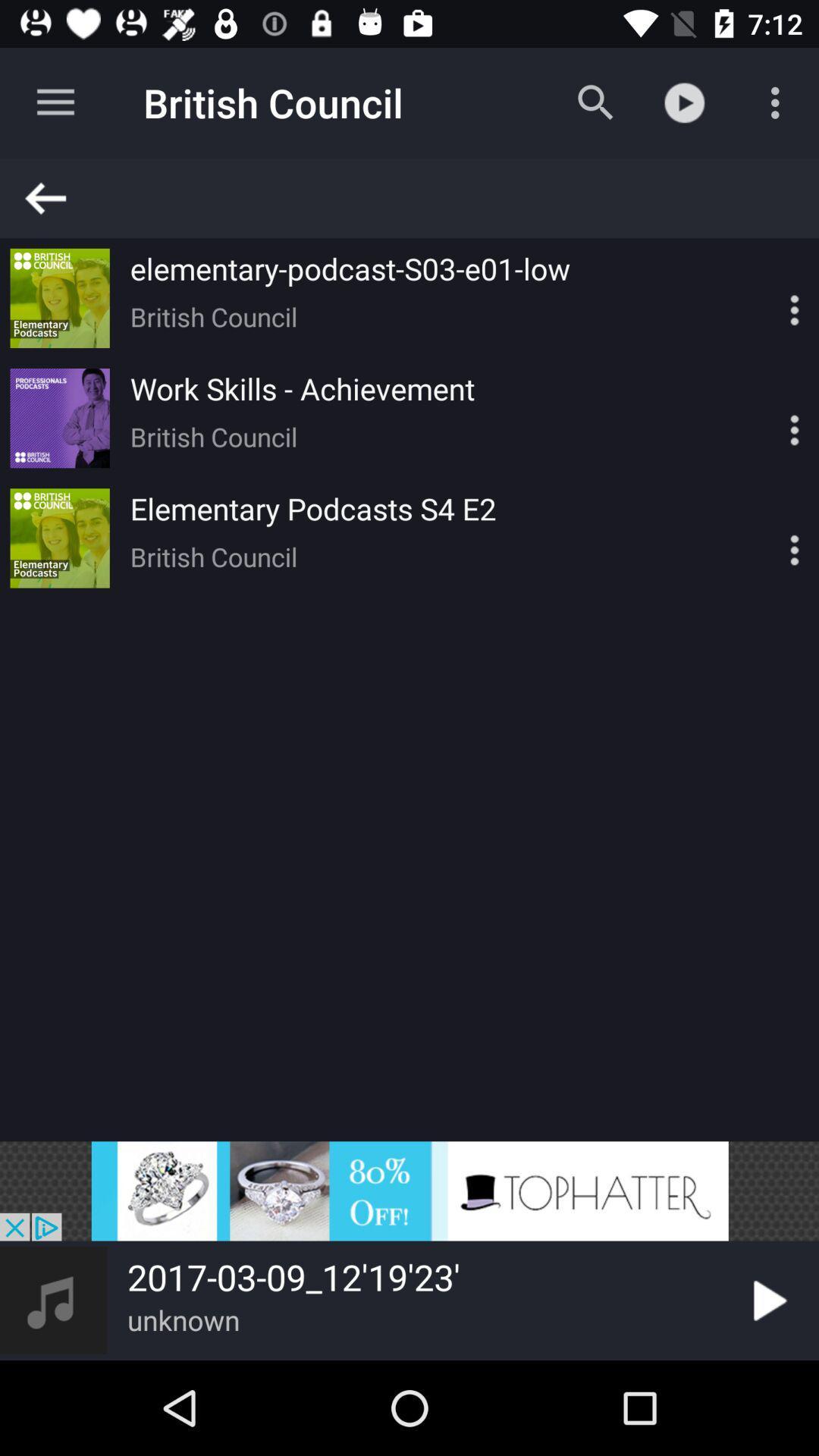 The height and width of the screenshot is (1456, 819). Describe the element at coordinates (416, 197) in the screenshot. I see `back button` at that location.